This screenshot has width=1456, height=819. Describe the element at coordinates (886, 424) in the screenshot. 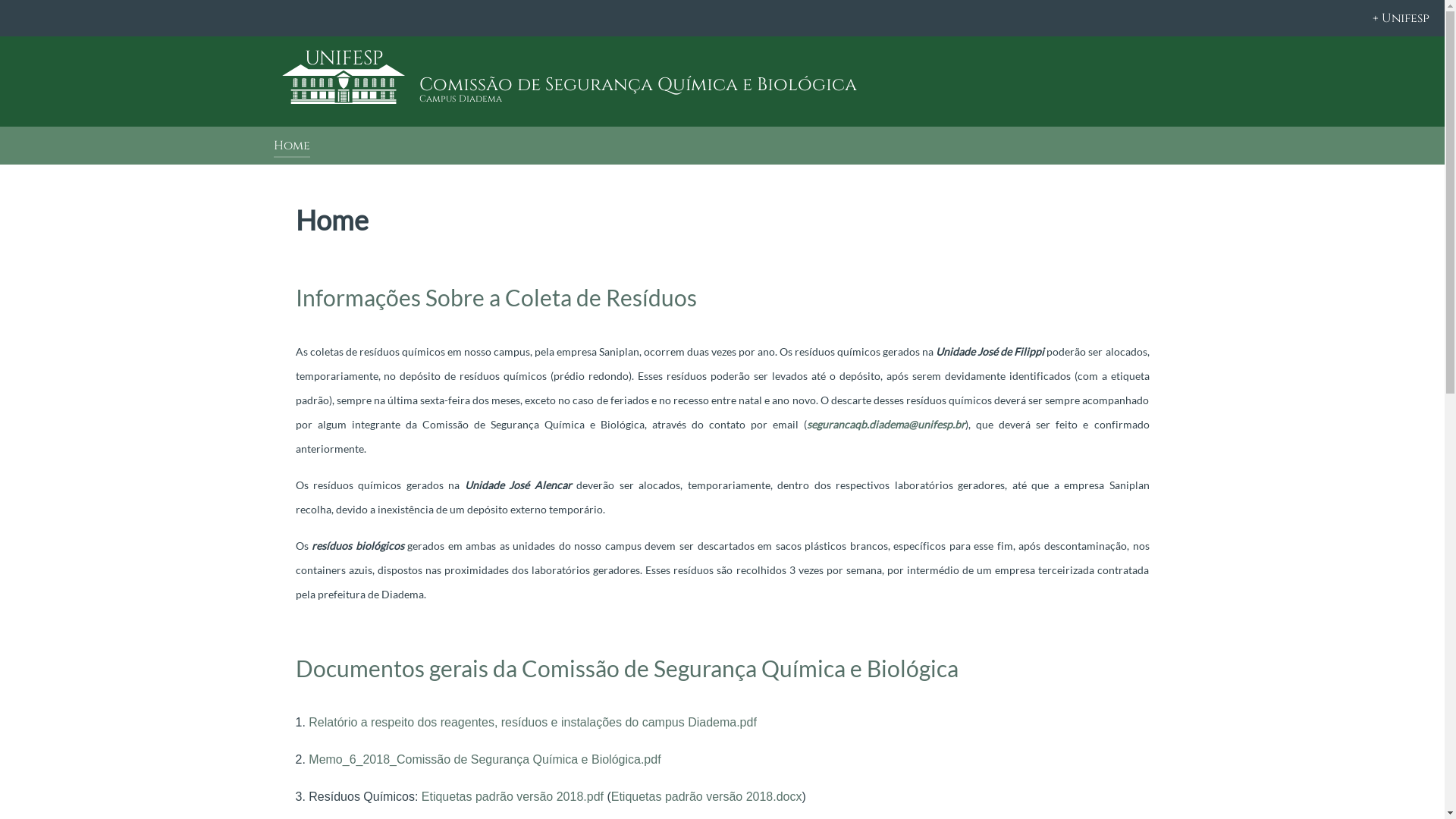

I see `'segurancaqb.diadema@unifesp.br'` at that location.